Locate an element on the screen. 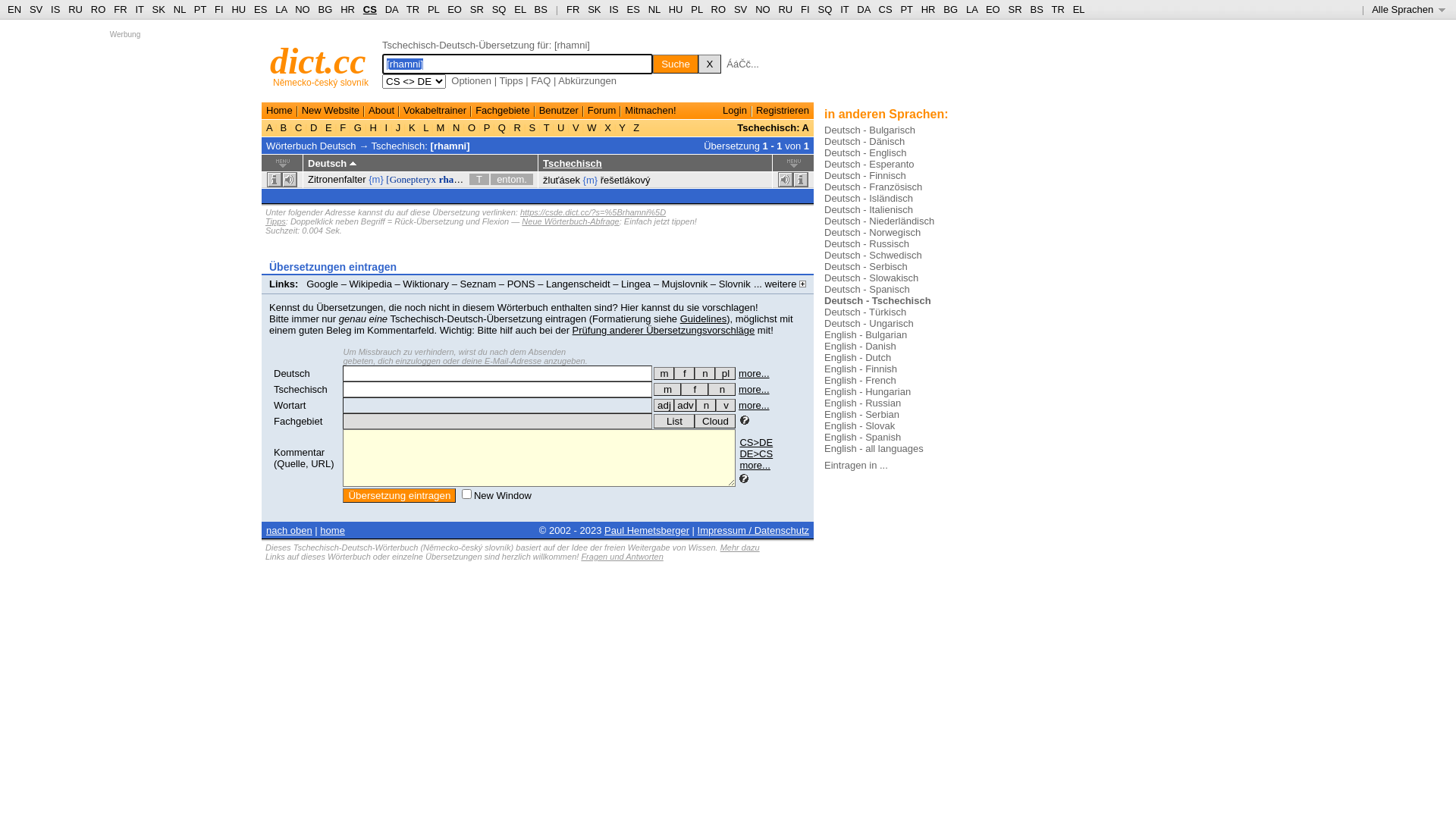  'HR' is located at coordinates (920, 9).